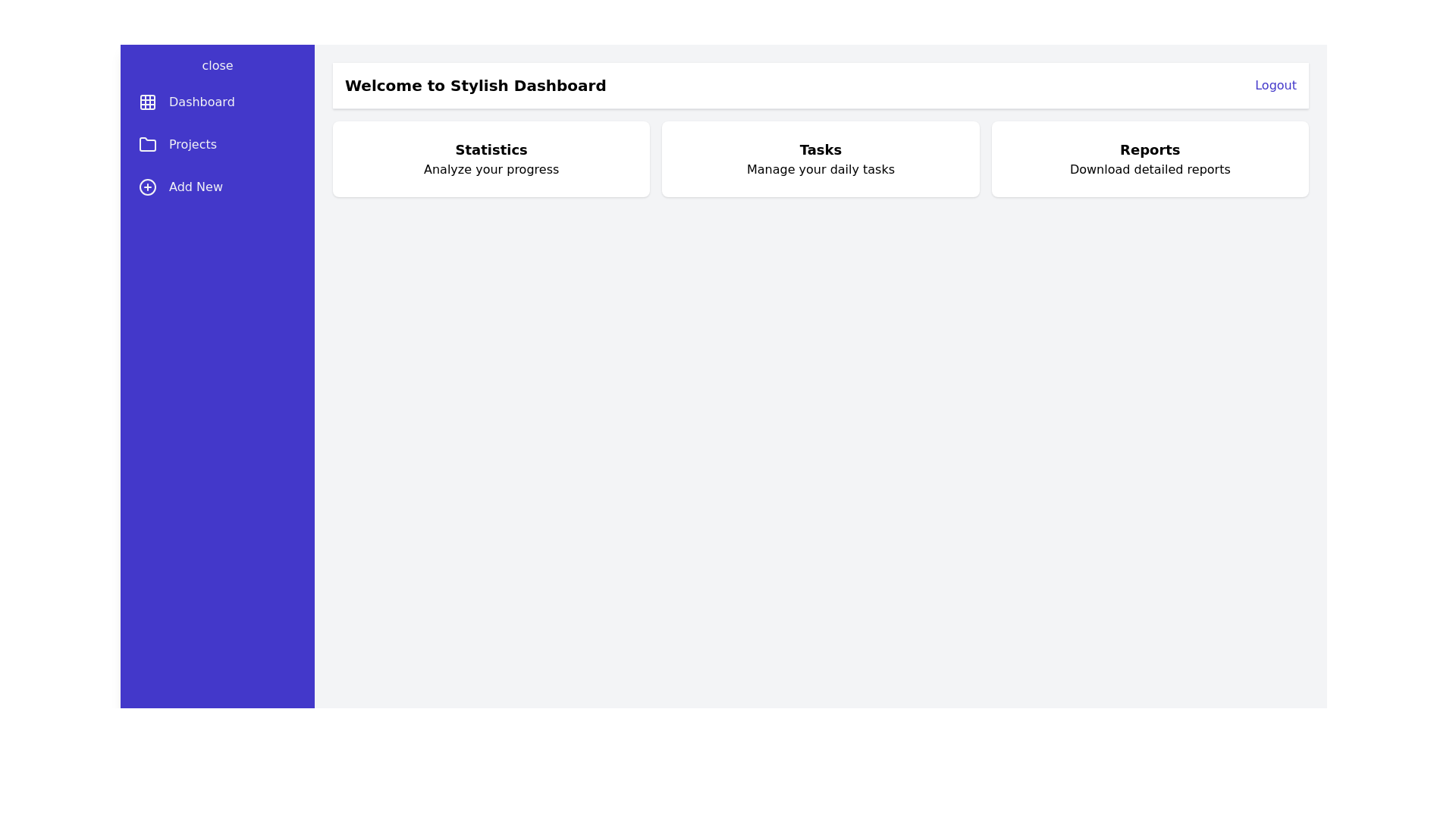 The width and height of the screenshot is (1456, 819). Describe the element at coordinates (1275, 85) in the screenshot. I see `the 'Logout' hyperlink, which is styled in indigo color and positioned in the top-right corner of the main page header` at that location.